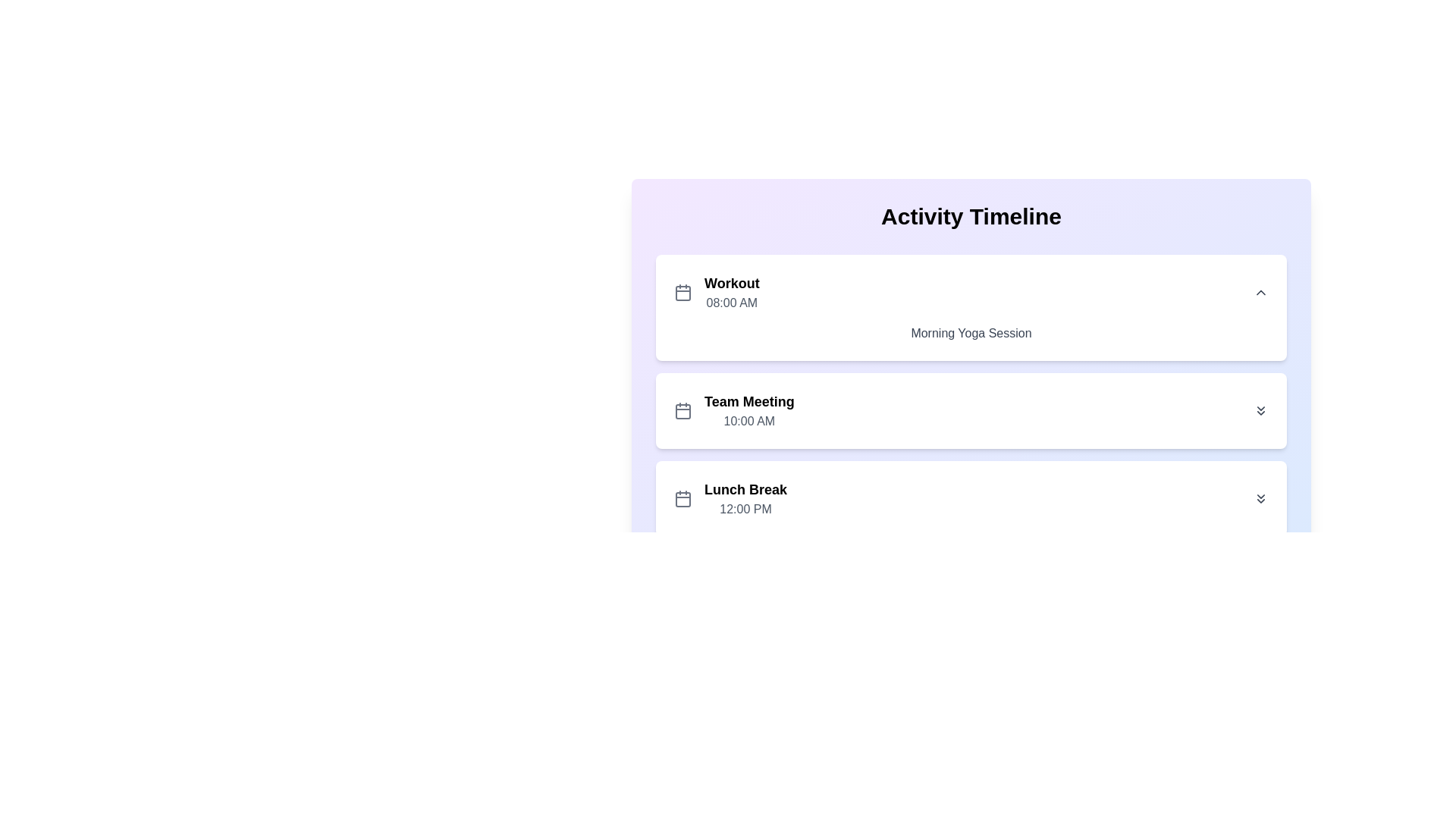  Describe the element at coordinates (971, 292) in the screenshot. I see `the List item containing 'Workout' scheduled at '08:00 AM'` at that location.